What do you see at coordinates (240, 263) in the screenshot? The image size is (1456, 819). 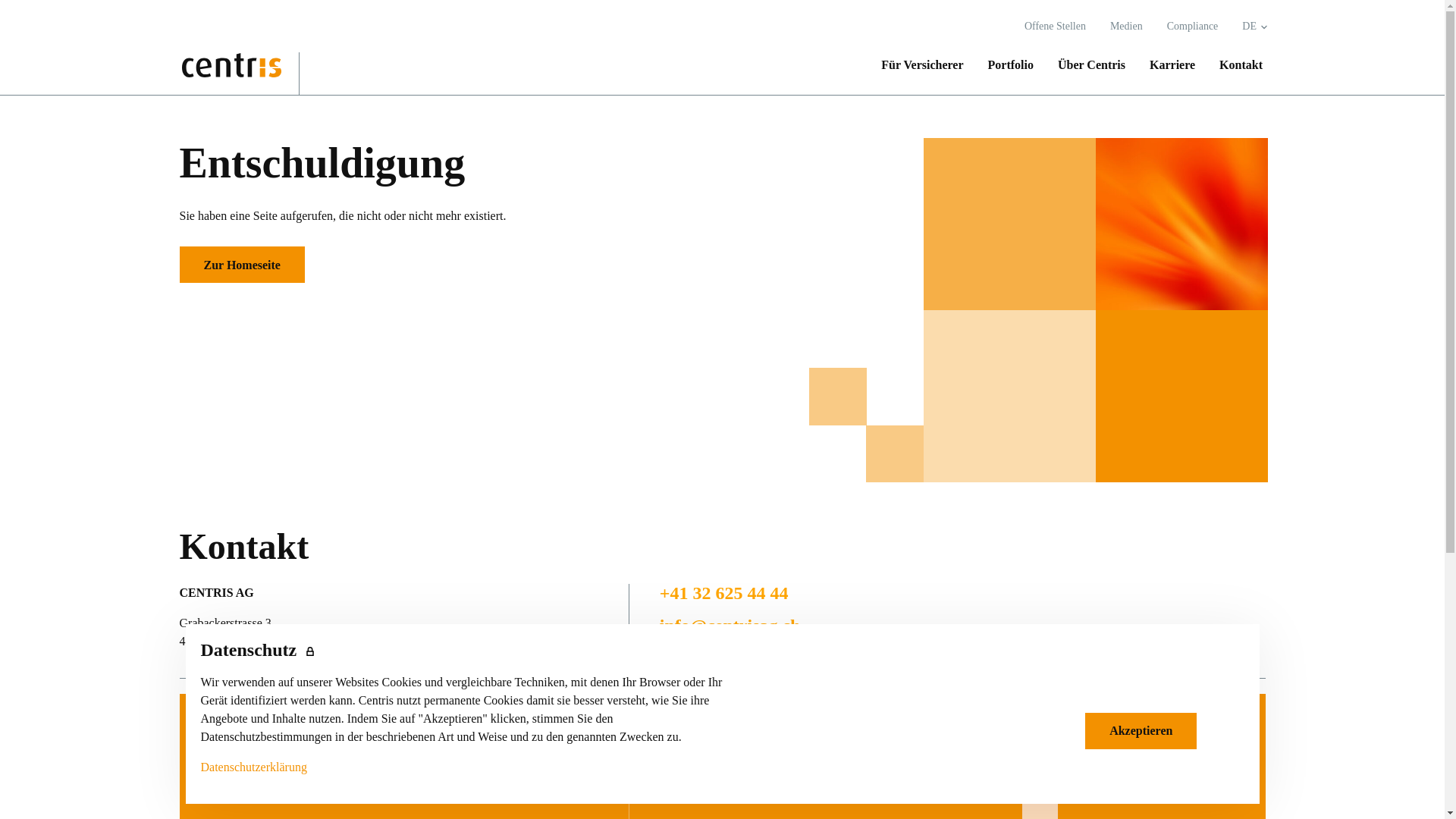 I see `'Zur Homeseite'` at bounding box center [240, 263].